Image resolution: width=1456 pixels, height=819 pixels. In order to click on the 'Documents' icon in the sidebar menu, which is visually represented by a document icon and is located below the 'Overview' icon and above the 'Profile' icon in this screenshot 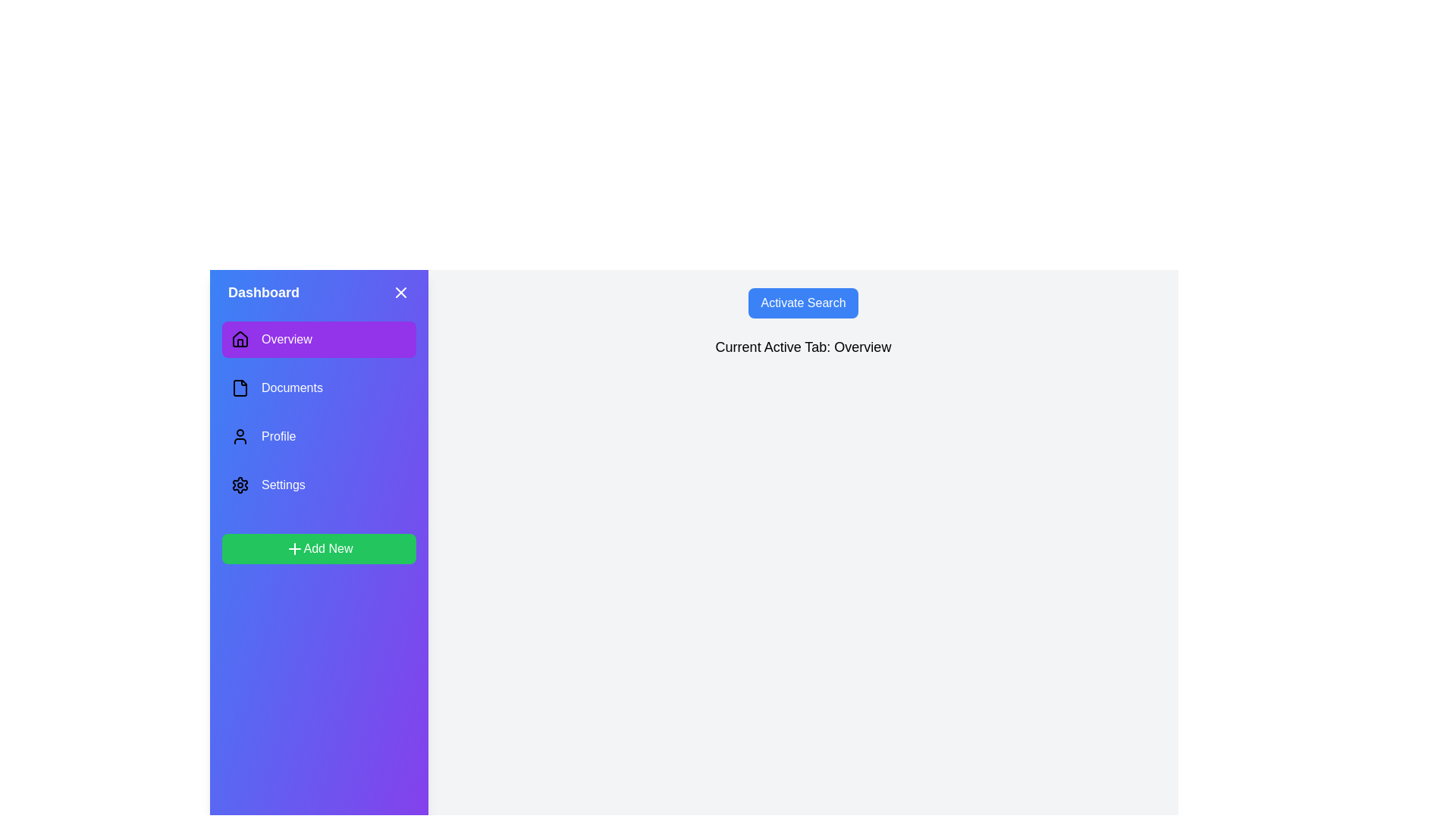, I will do `click(239, 388)`.